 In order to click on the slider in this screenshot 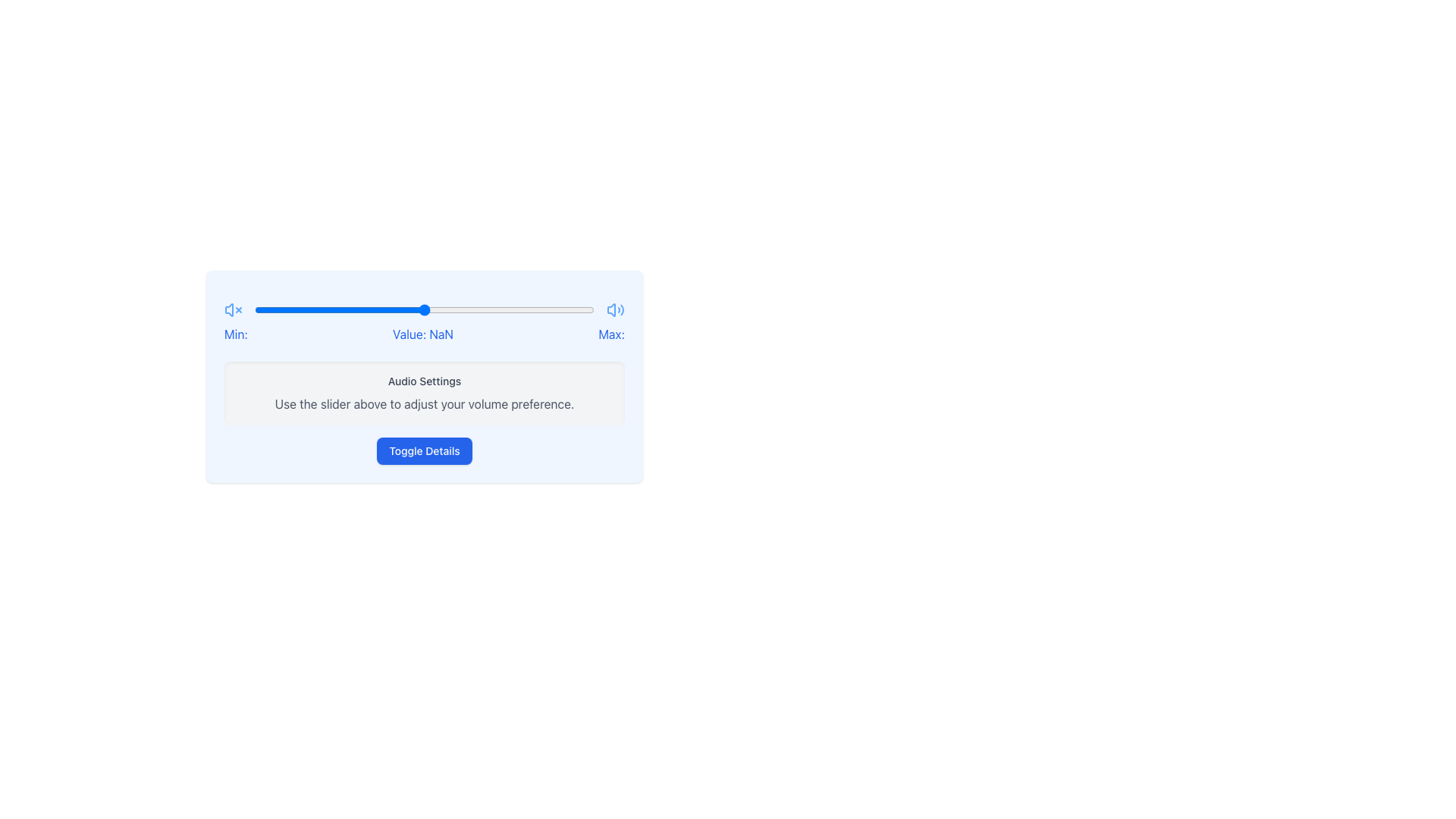, I will do `click(265, 309)`.